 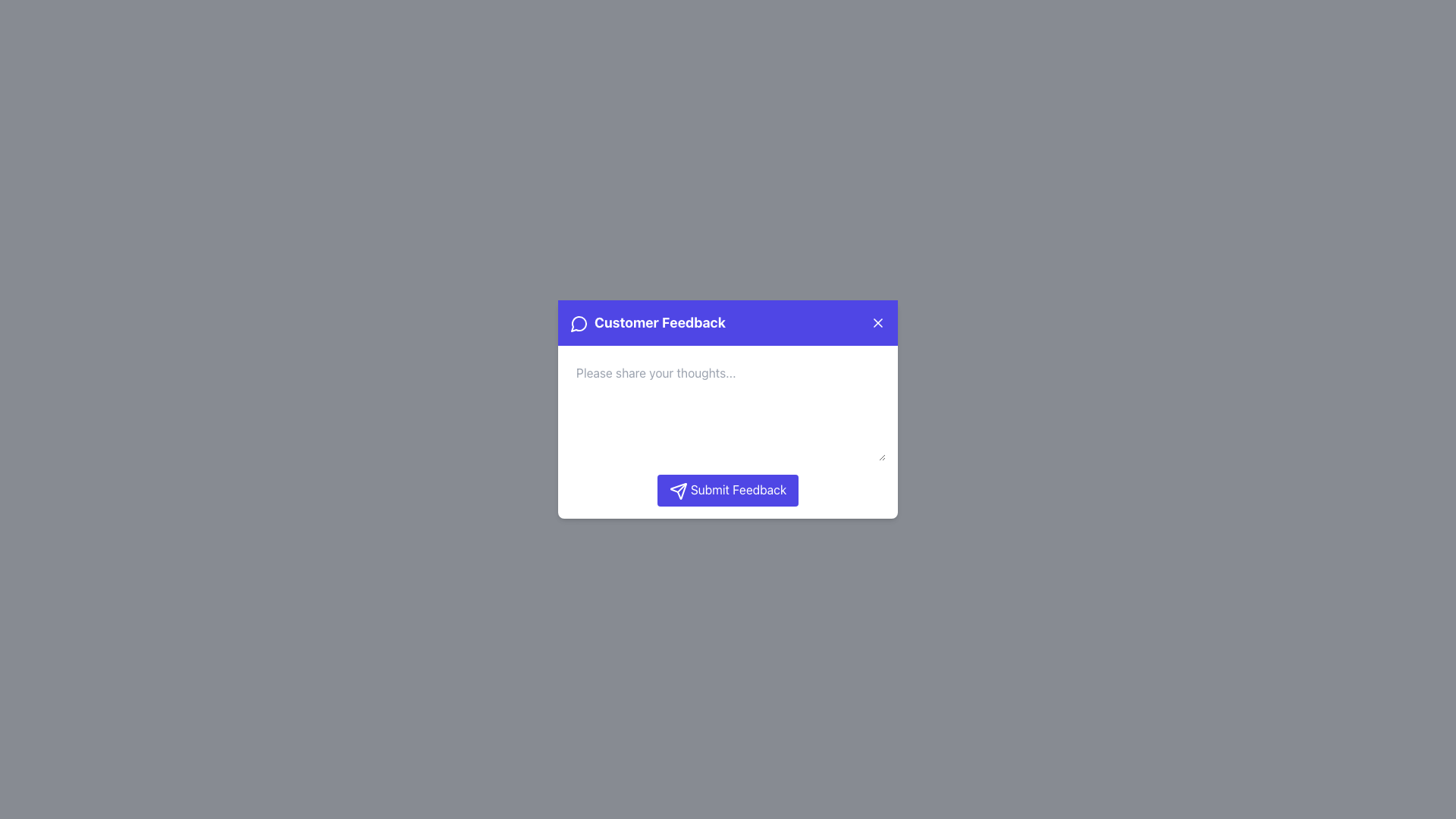 What do you see at coordinates (578, 323) in the screenshot?
I see `the distinctive communication icon located on the left side of the 'Customer Feedback' title in the popup header` at bounding box center [578, 323].